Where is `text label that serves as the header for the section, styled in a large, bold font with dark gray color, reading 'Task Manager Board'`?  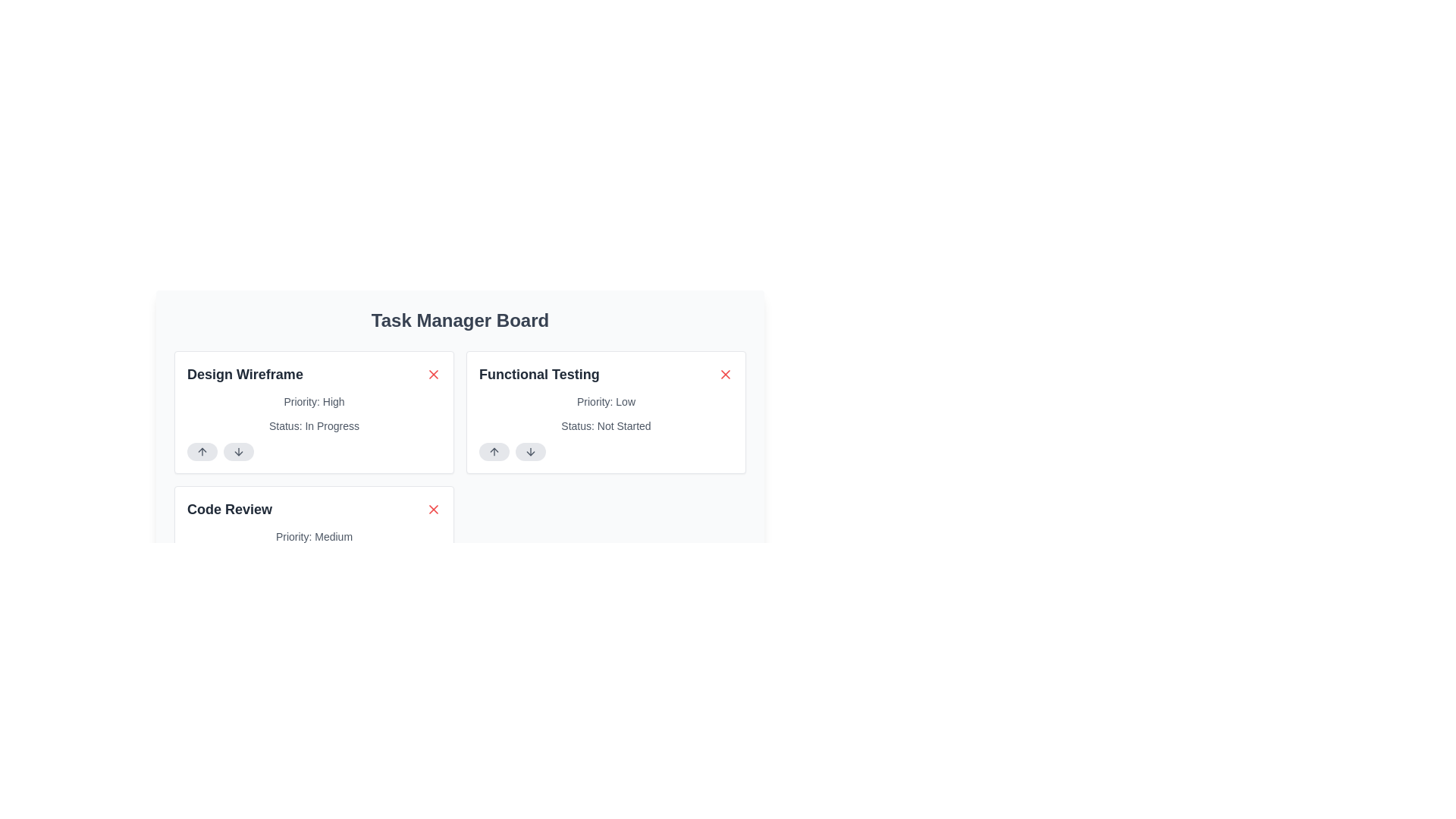
text label that serves as the header for the section, styled in a large, bold font with dark gray color, reading 'Task Manager Board' is located at coordinates (459, 320).